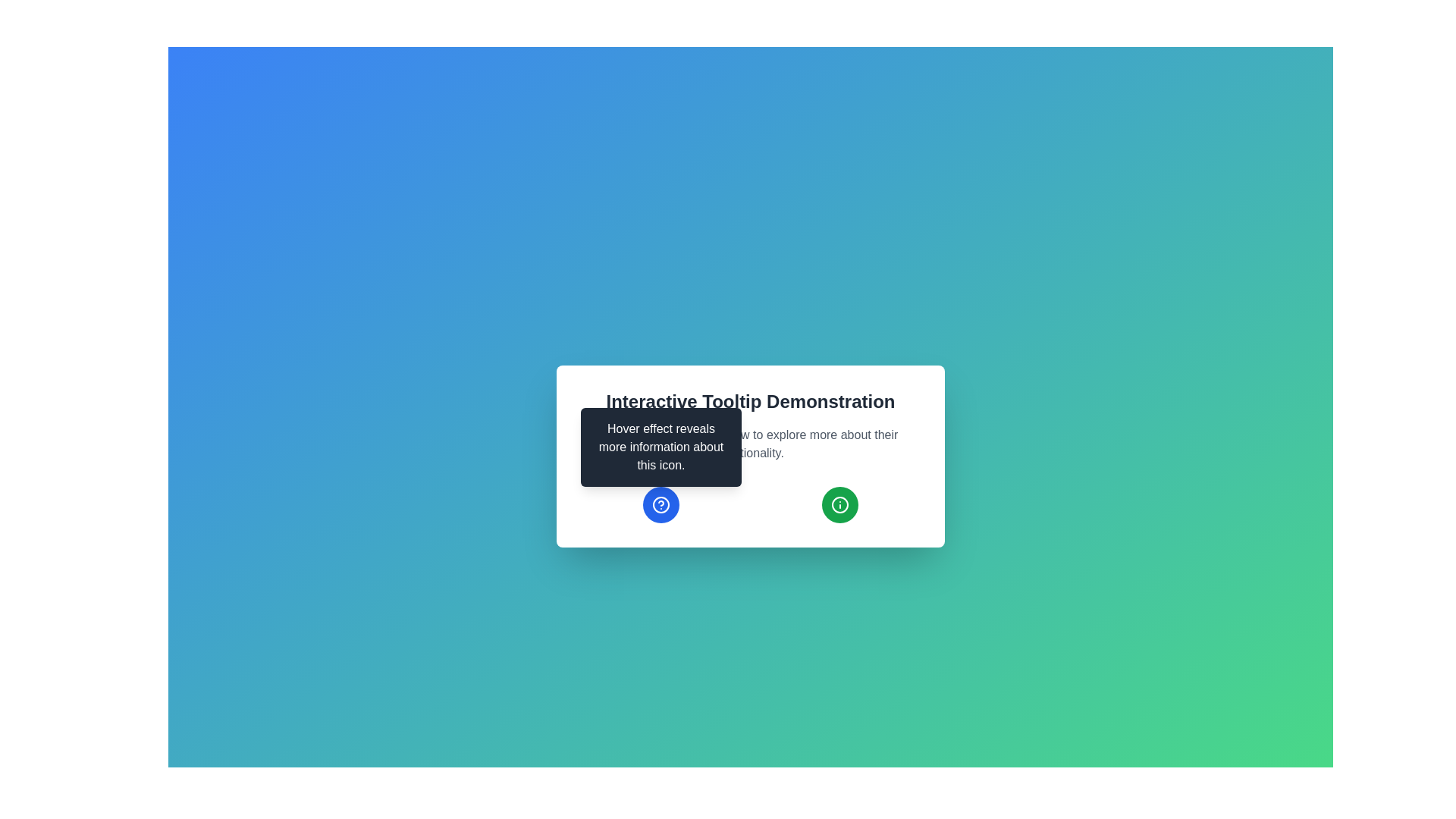  I want to click on the static text component that instructs users to interact with the buttons below, located below the heading 'Interactive Tooltip Demonstration', so click(750, 444).